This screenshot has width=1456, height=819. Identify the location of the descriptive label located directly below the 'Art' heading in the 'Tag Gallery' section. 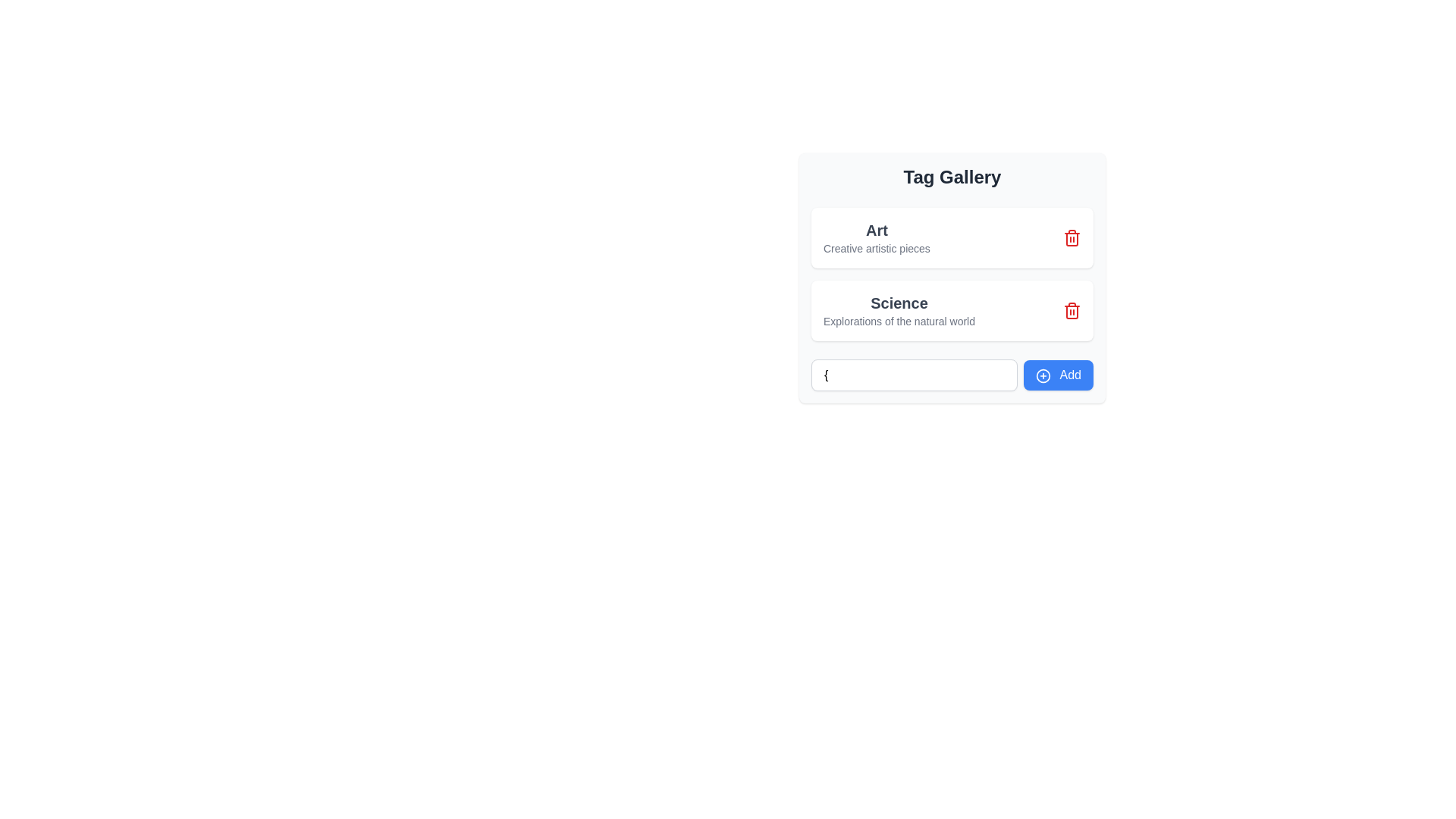
(877, 247).